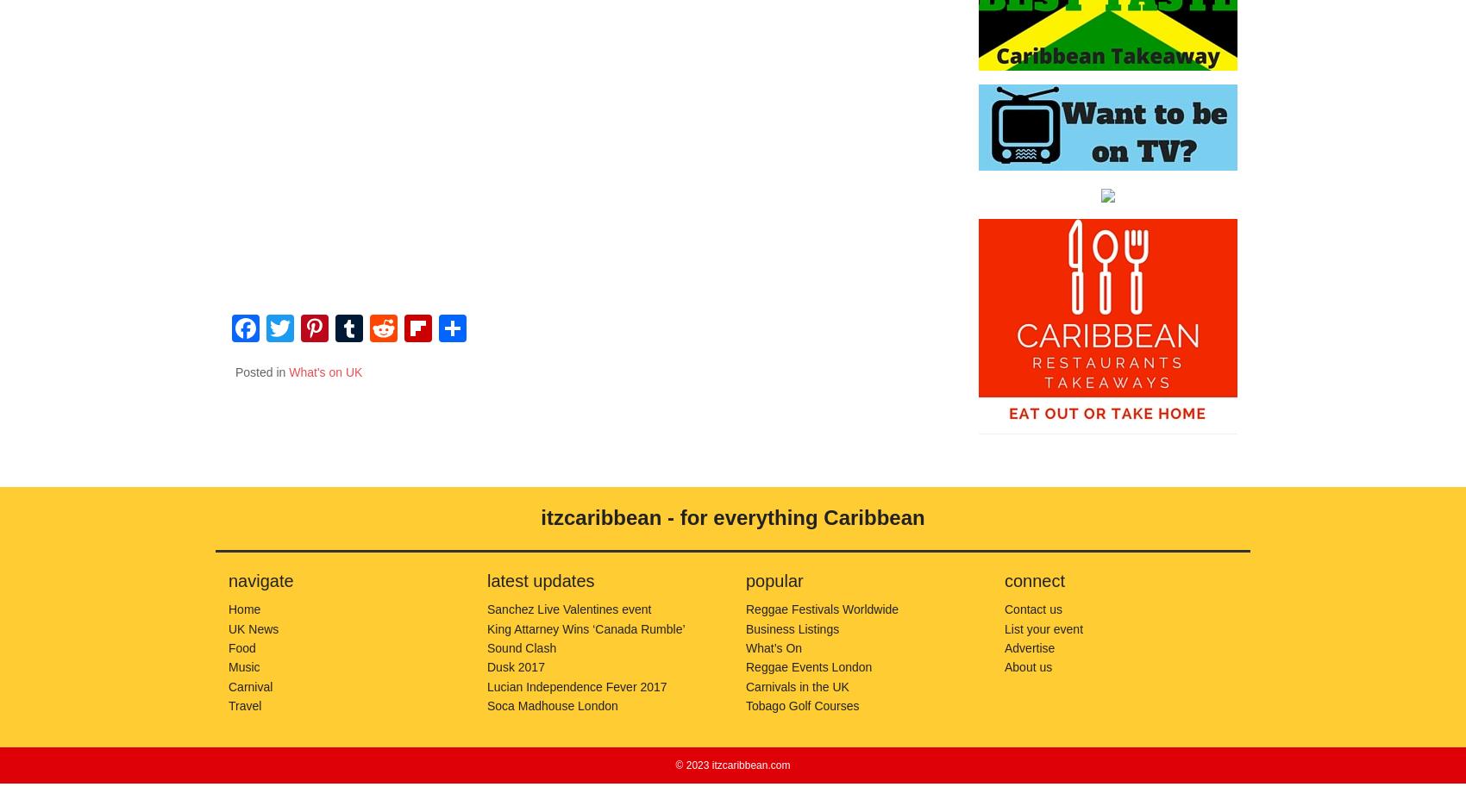 This screenshot has height=812, width=1466. I want to click on 'Pinterest', so click(340, 383).